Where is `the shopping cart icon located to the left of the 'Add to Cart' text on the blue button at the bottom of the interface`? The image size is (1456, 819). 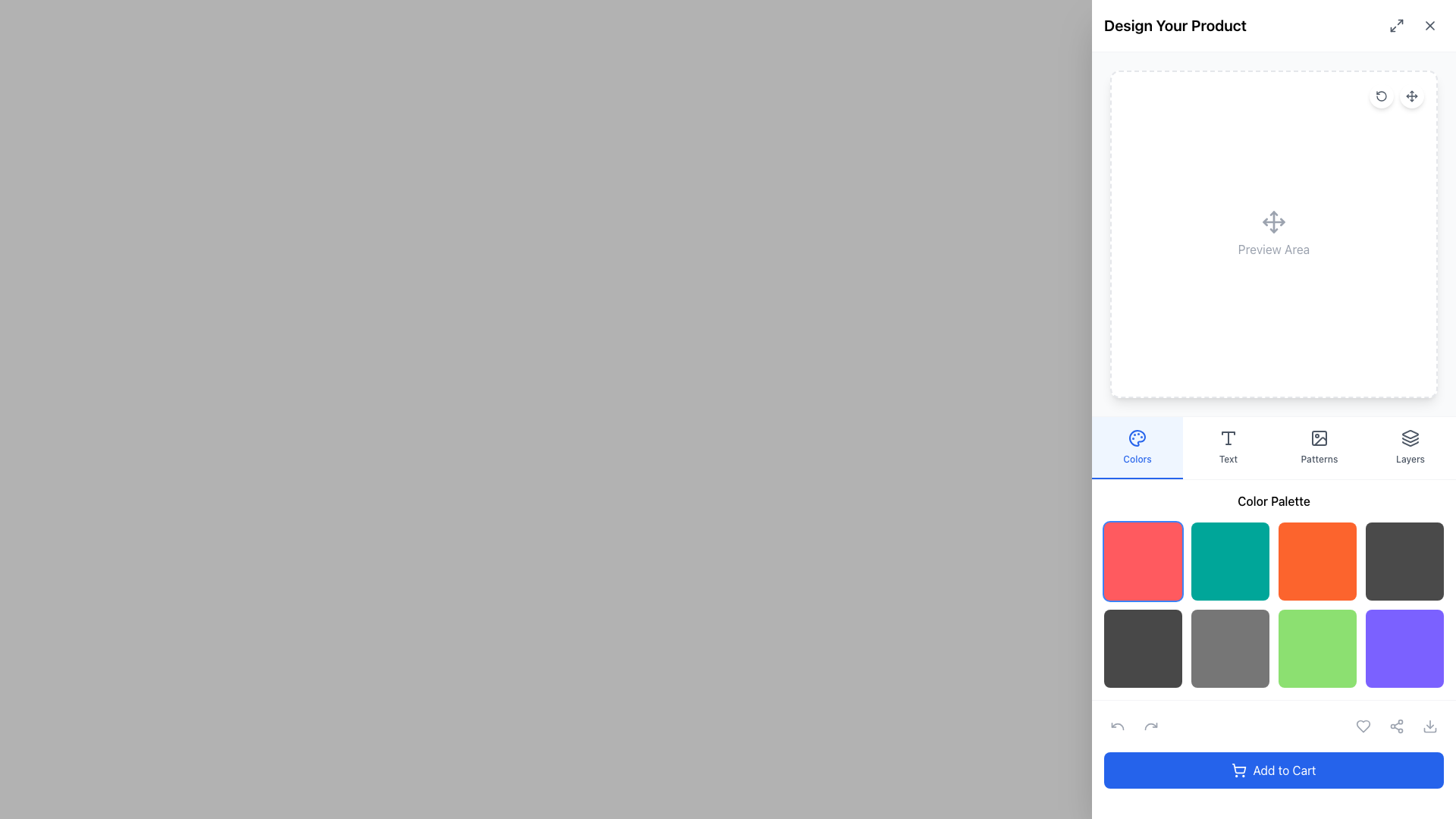 the shopping cart icon located to the left of the 'Add to Cart' text on the blue button at the bottom of the interface is located at coordinates (1239, 770).